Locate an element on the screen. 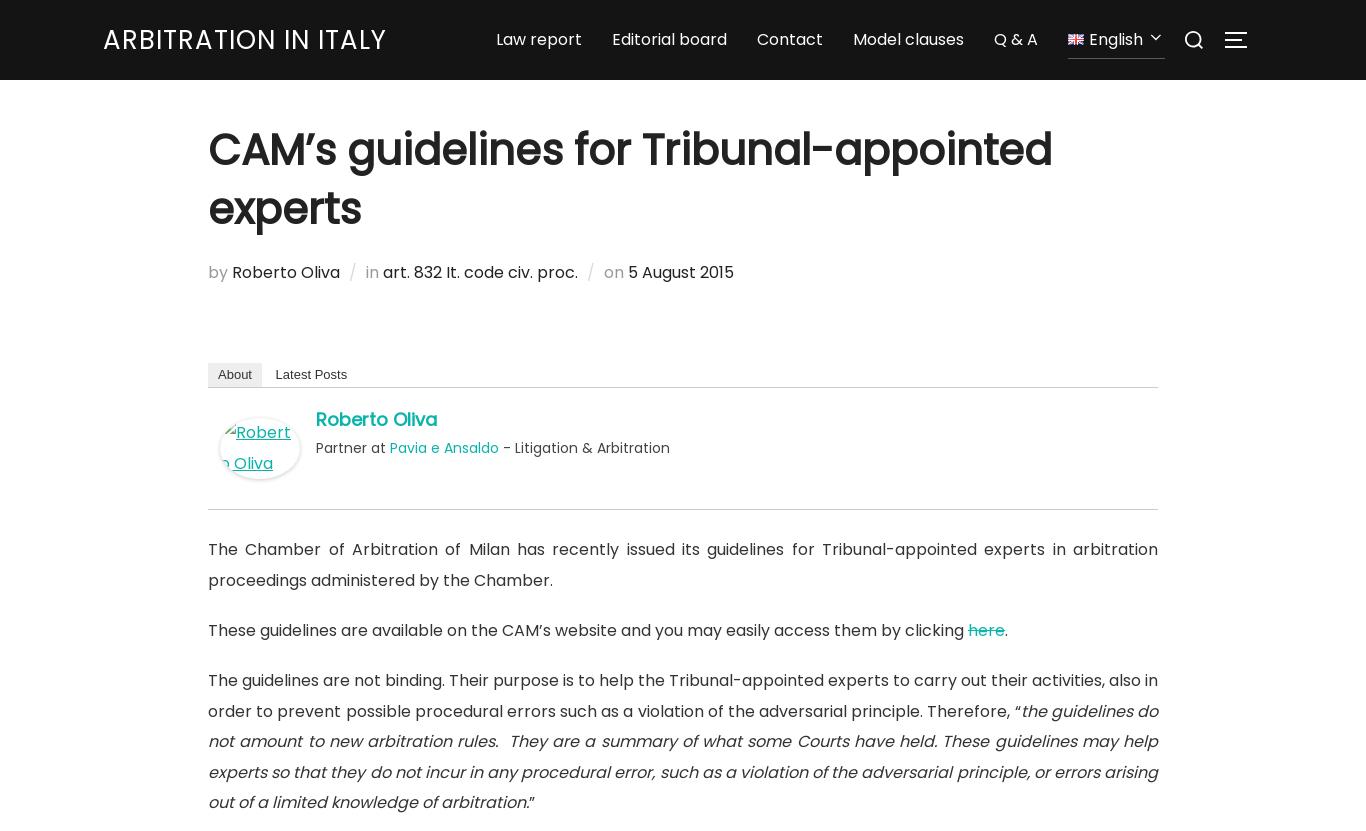 This screenshot has height=831, width=1366. 'English' is located at coordinates (1087, 42).